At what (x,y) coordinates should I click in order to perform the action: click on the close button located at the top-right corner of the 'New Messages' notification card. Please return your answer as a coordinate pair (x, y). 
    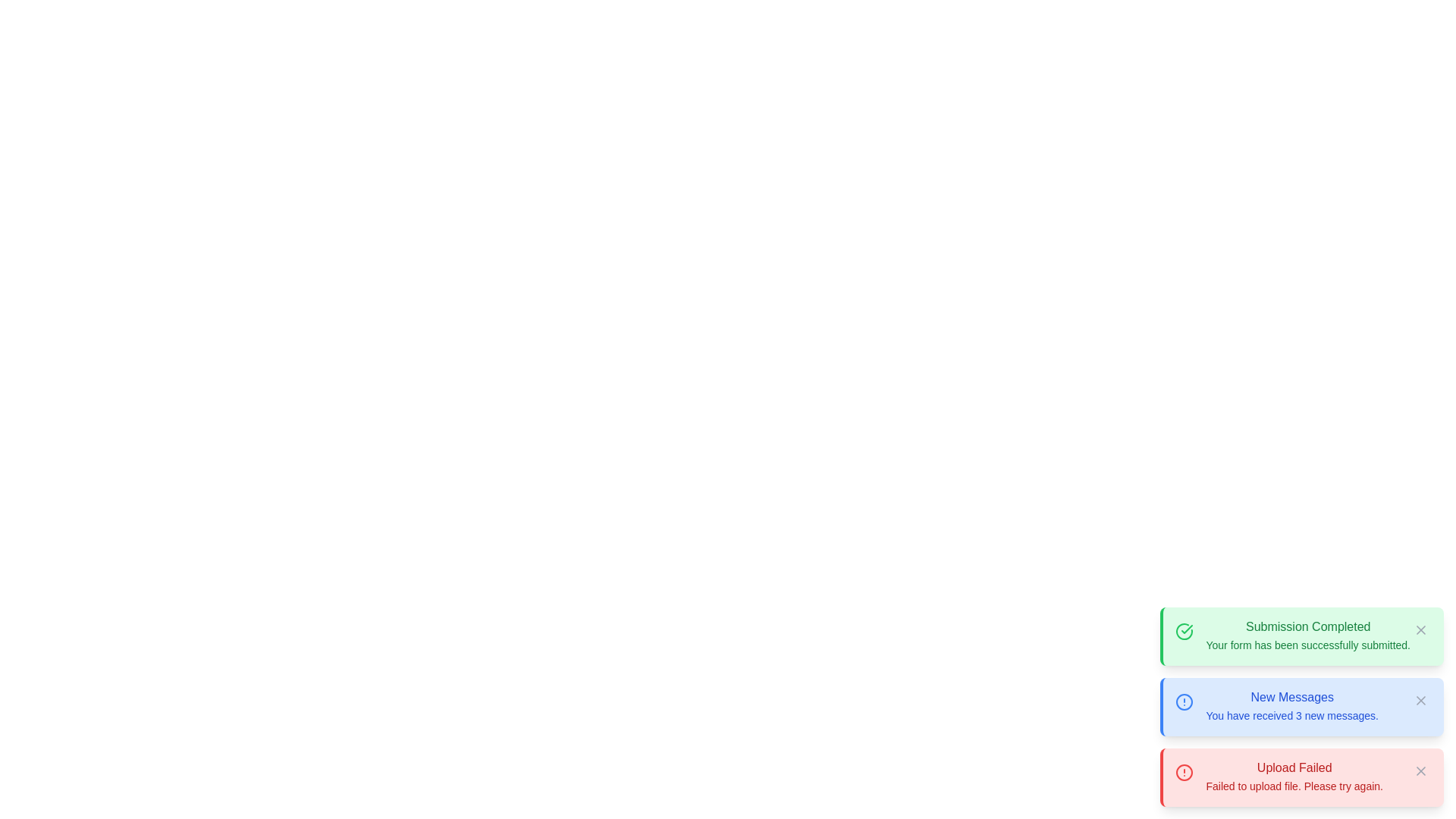
    Looking at the image, I should click on (1420, 701).